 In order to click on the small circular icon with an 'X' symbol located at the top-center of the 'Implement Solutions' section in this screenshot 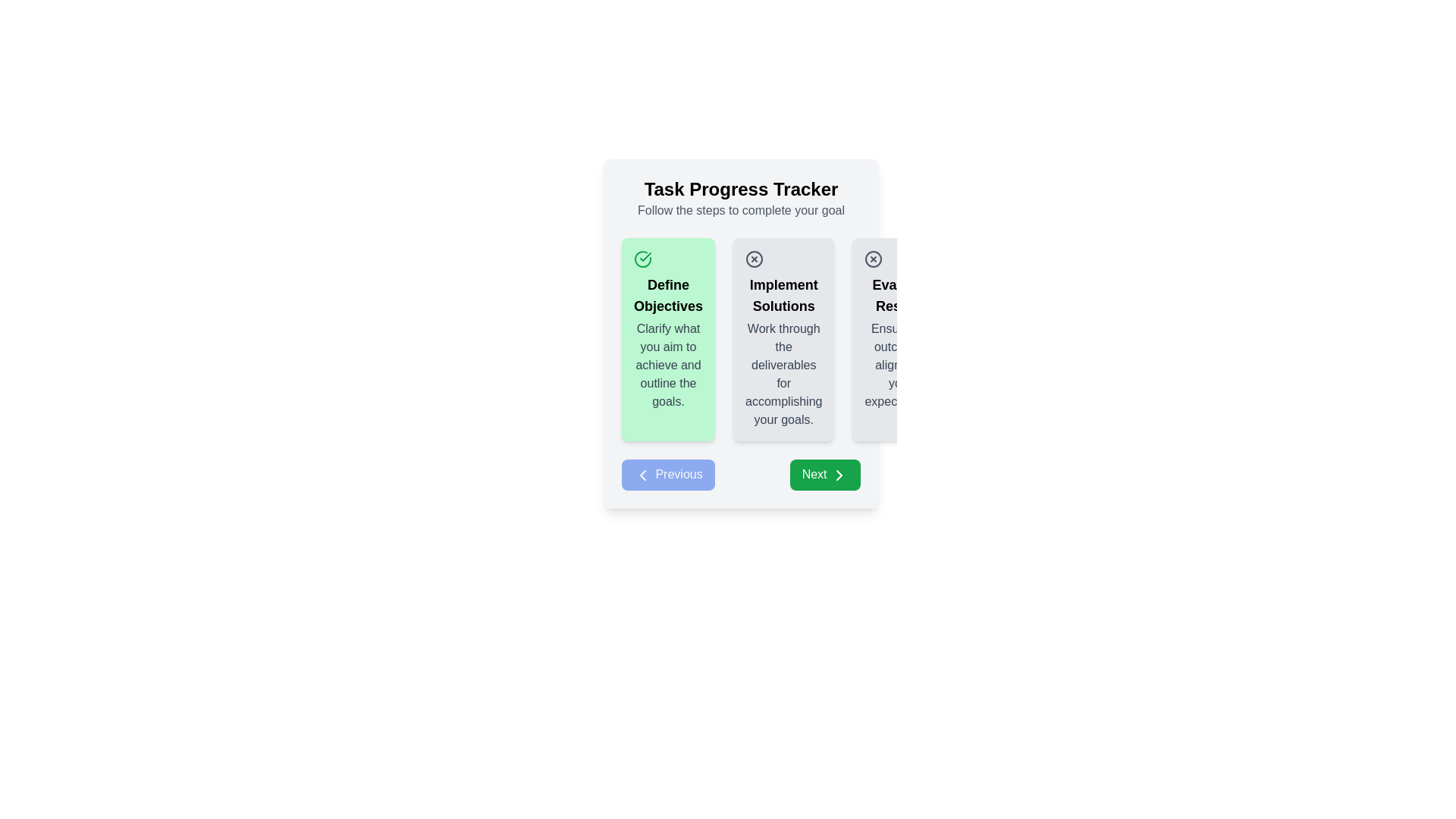, I will do `click(755, 259)`.